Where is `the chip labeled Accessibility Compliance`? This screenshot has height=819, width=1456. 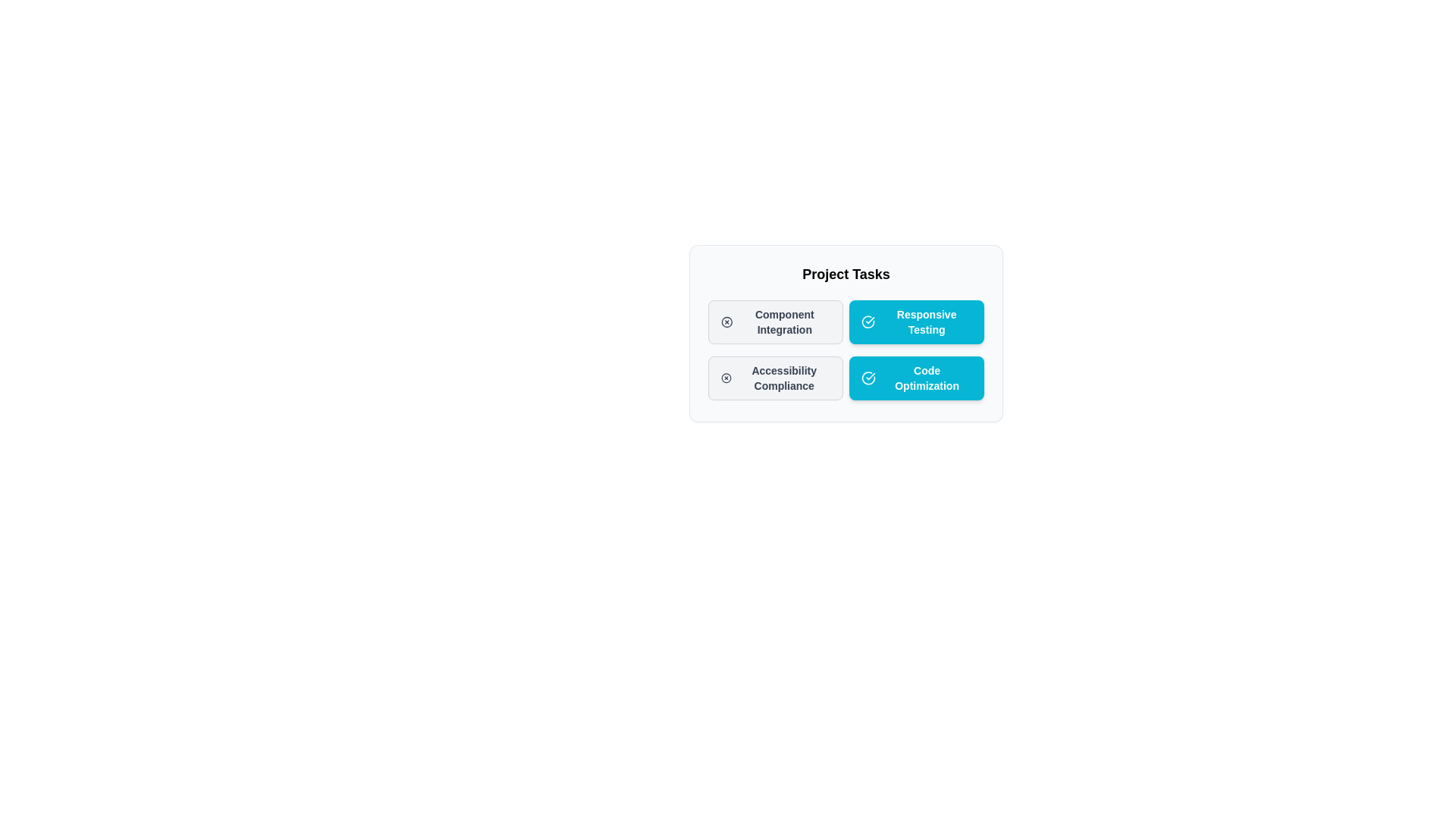
the chip labeled Accessibility Compliance is located at coordinates (775, 377).